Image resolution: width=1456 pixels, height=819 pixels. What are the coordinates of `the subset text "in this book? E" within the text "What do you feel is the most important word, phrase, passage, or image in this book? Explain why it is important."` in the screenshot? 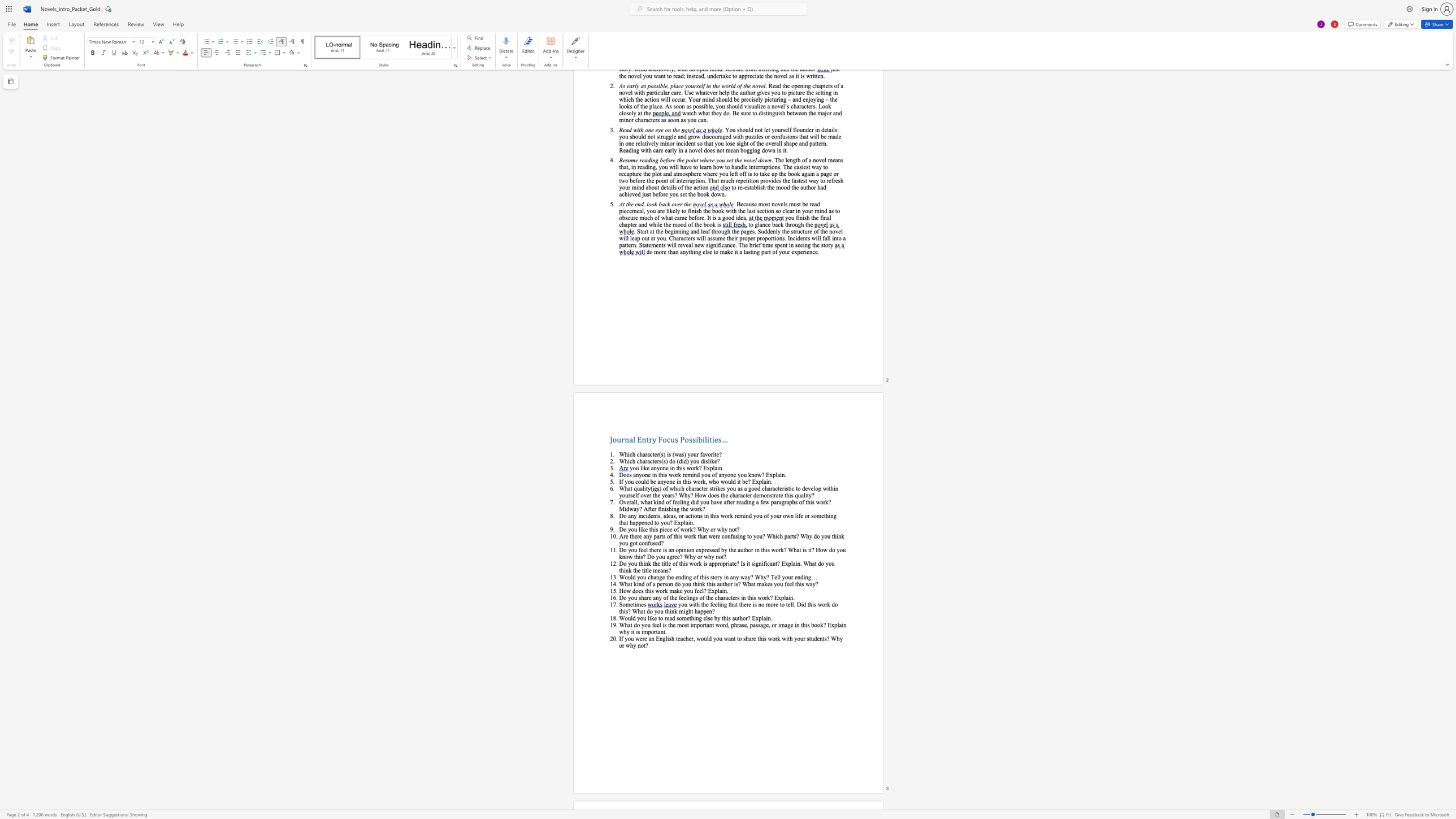 It's located at (794, 624).